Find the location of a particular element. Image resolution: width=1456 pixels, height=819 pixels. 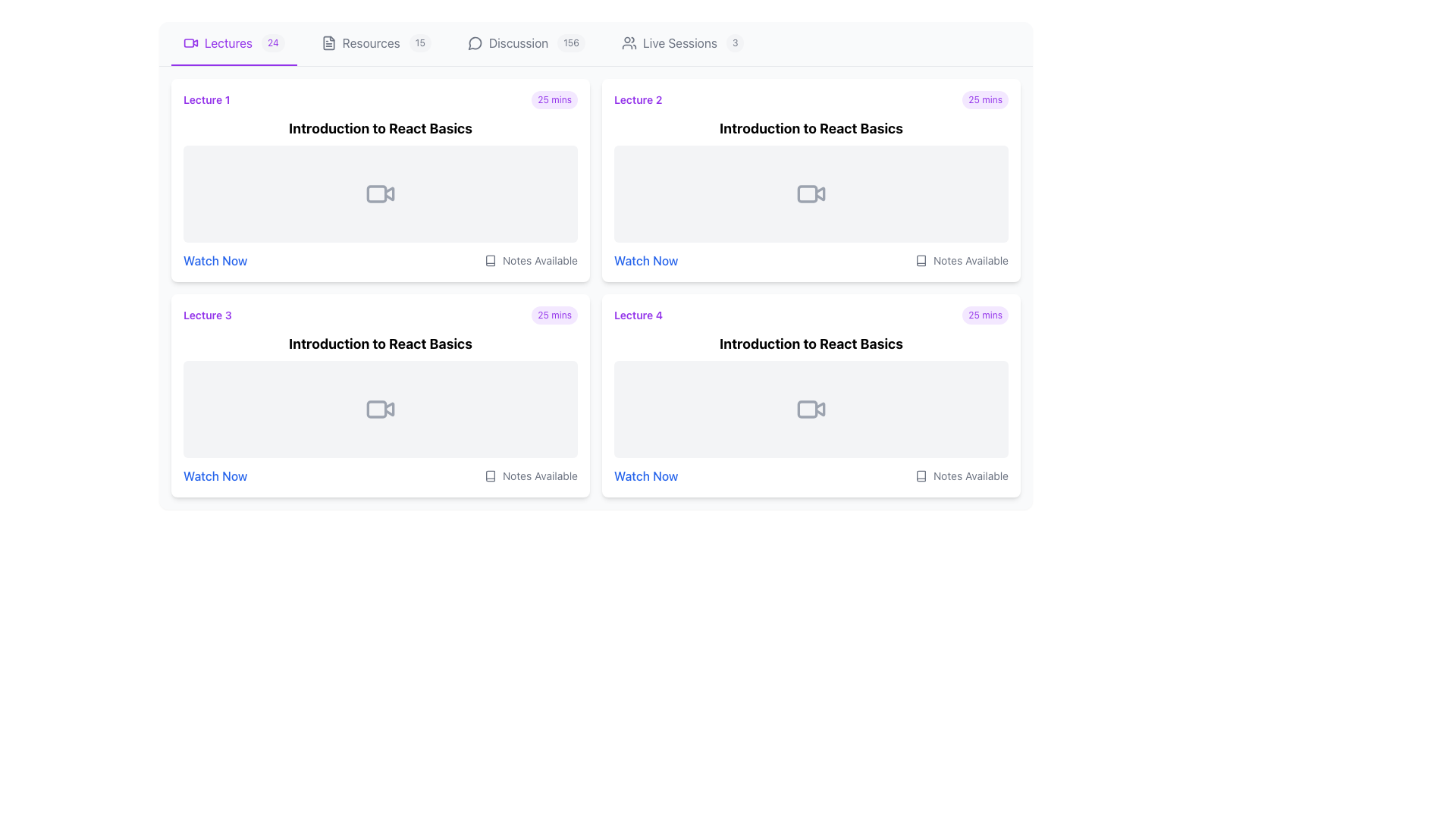

the 'Live Sessions' menu item, the fourth option in the horizontal navigation menu is located at coordinates (682, 42).